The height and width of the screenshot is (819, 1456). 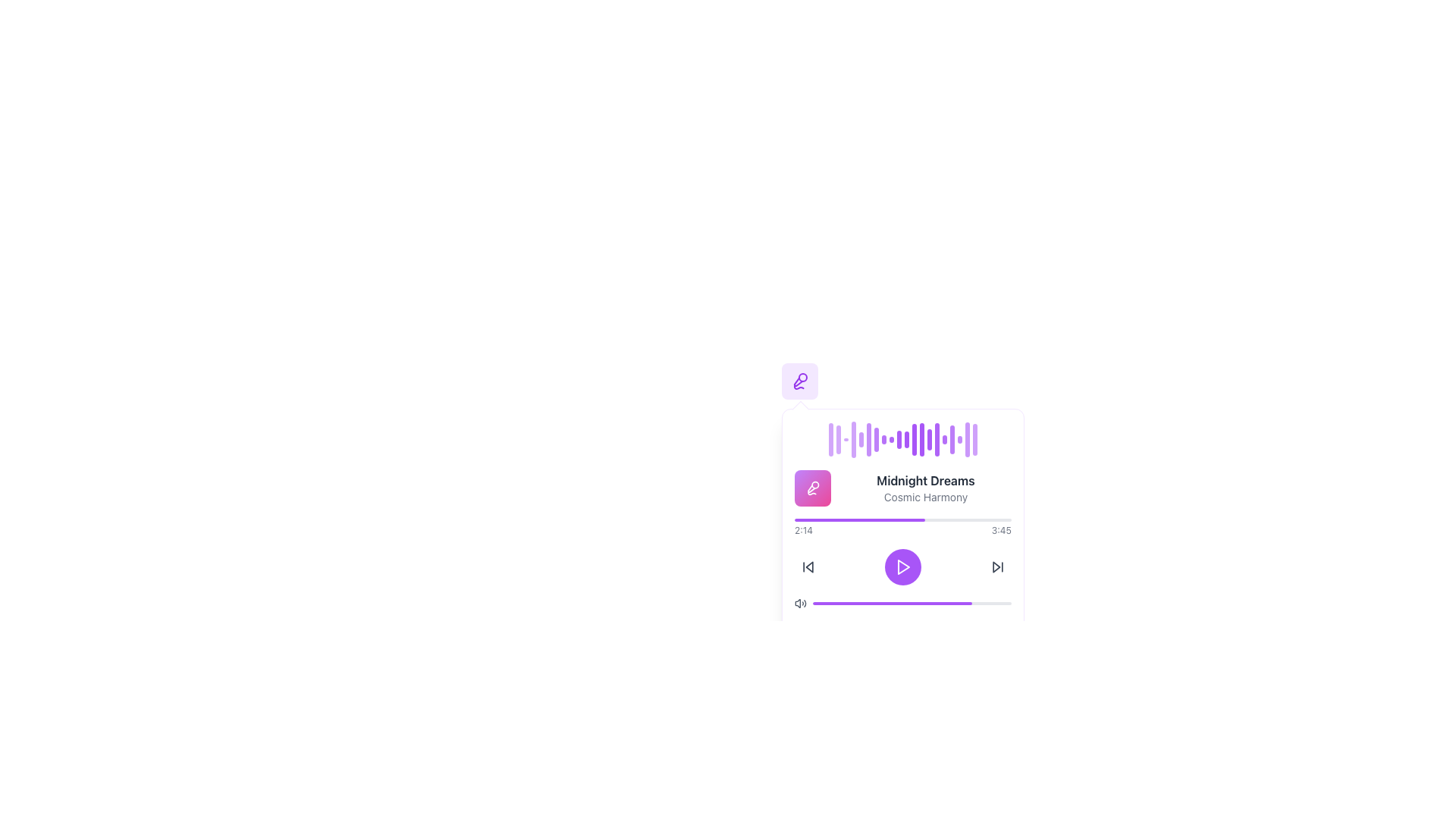 I want to click on the progress, so click(x=894, y=602).